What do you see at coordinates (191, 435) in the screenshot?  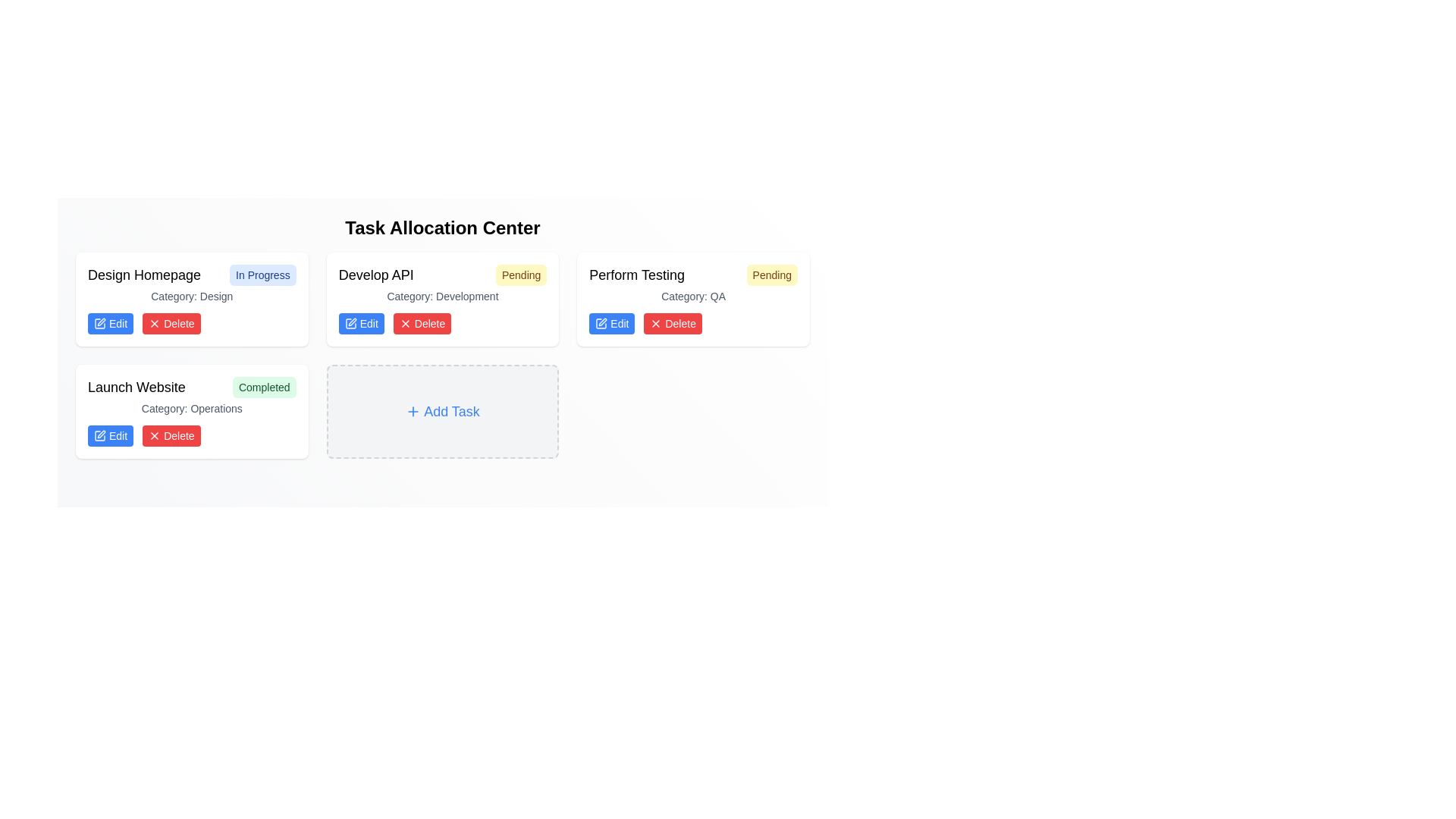 I see `the red 'Delete' button in the grouped UI component at the bottom of the 'Launch Website' task card` at bounding box center [191, 435].